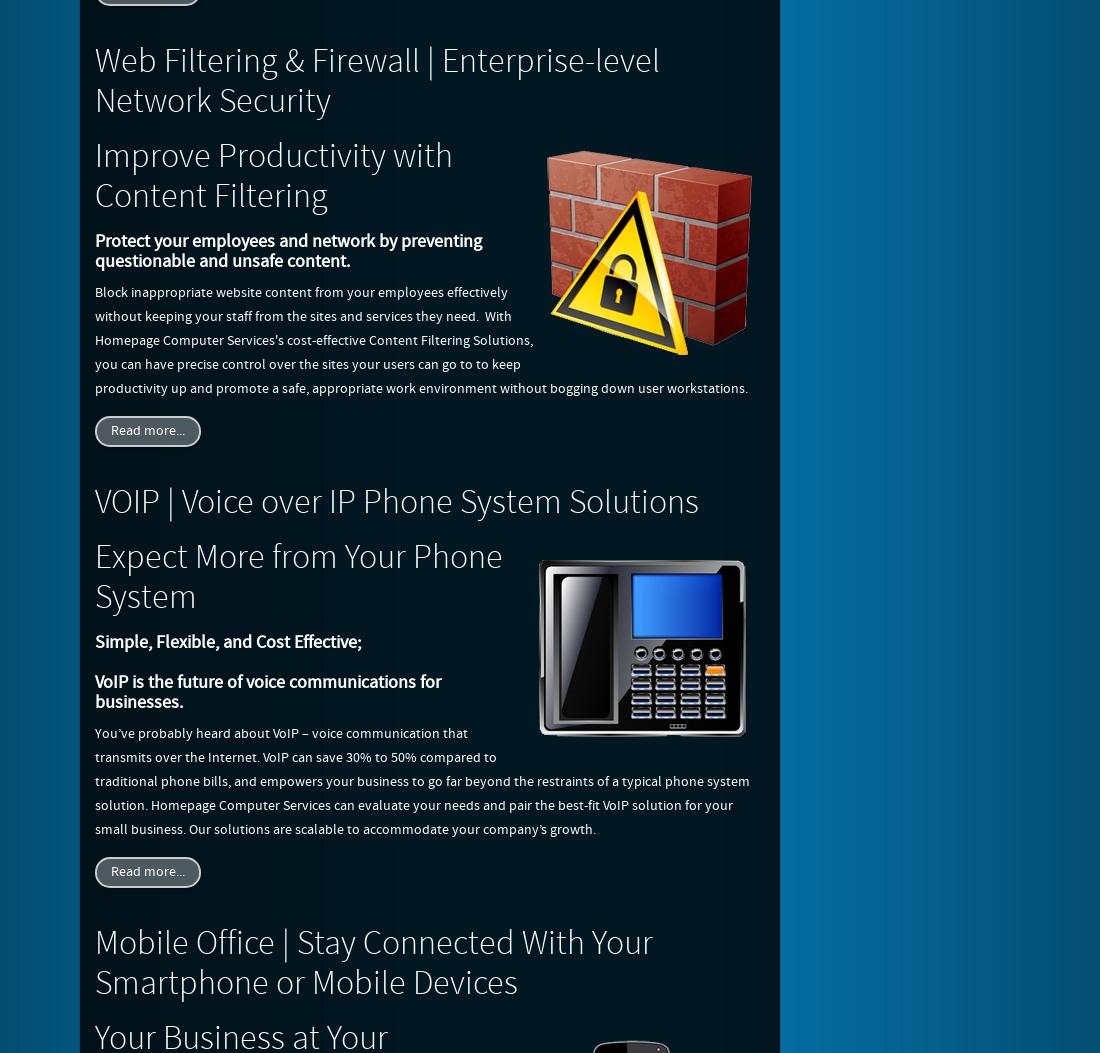 The image size is (1100, 1053). Describe the element at coordinates (421, 781) in the screenshot. I see `'You’ve probably heard about VoIP – voice communication that transmits over the Internet. VoIP can save 30% to 50% compared to traditional phone bills, and empowers your business to go far beyond the restraints of a typical phone system solution. Homepage Computer Services can evaluate your needs and pair the best-fit VoIP solution for your small business. Our solutions are scalable to accommodate your company’s growth.'` at that location.